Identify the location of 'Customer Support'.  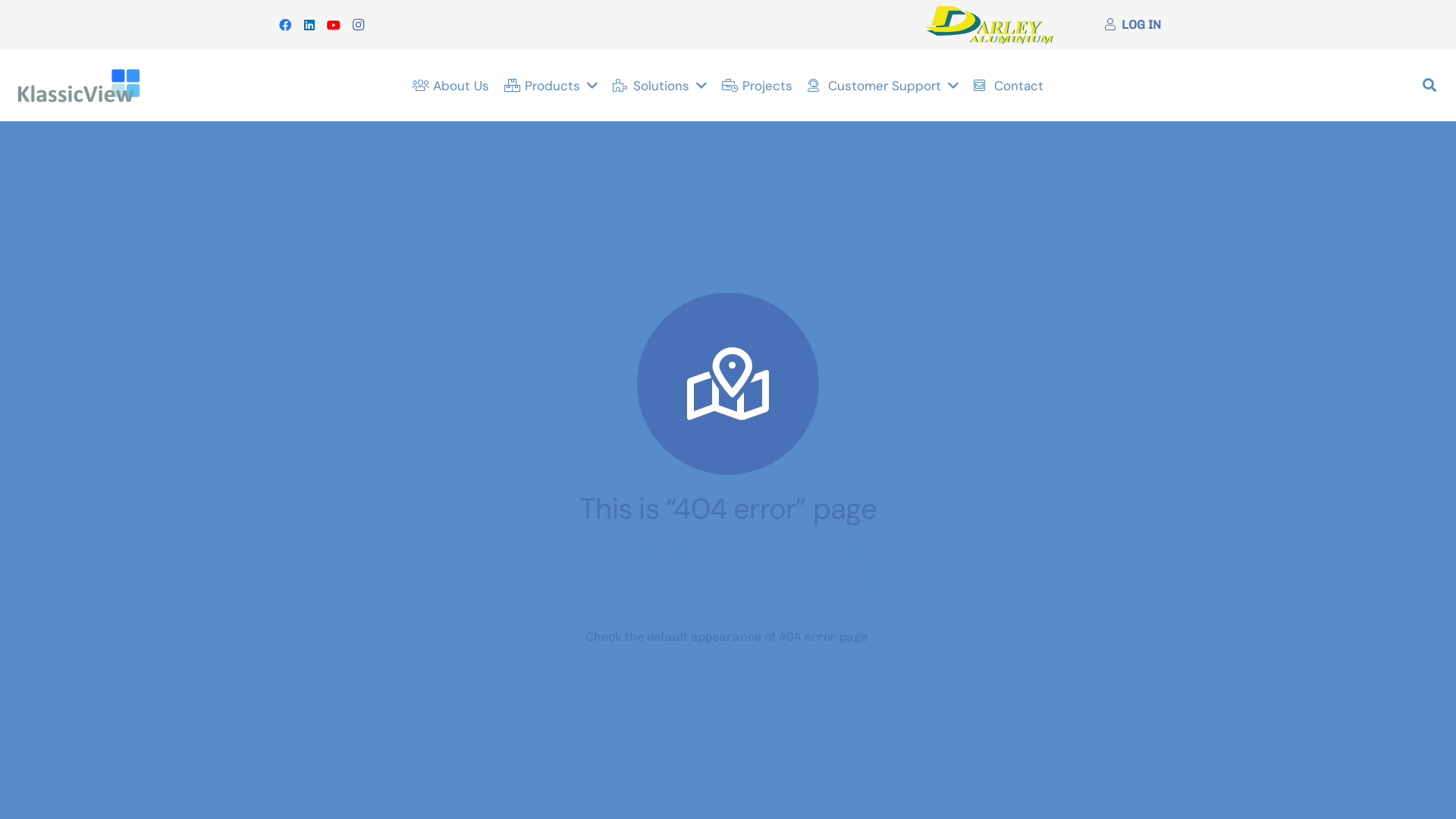
(883, 85).